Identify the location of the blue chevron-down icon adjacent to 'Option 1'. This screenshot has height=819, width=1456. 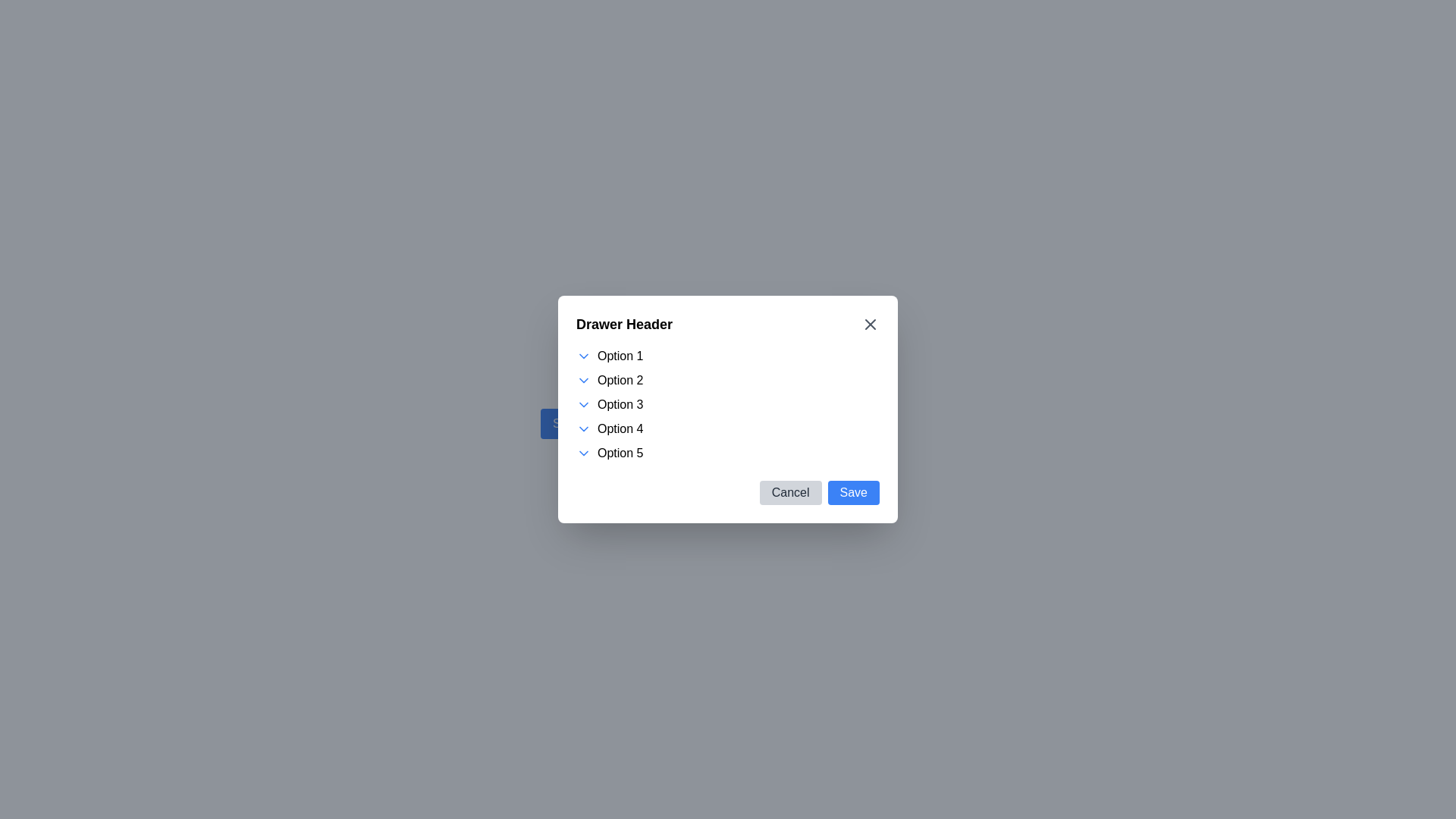
(582, 356).